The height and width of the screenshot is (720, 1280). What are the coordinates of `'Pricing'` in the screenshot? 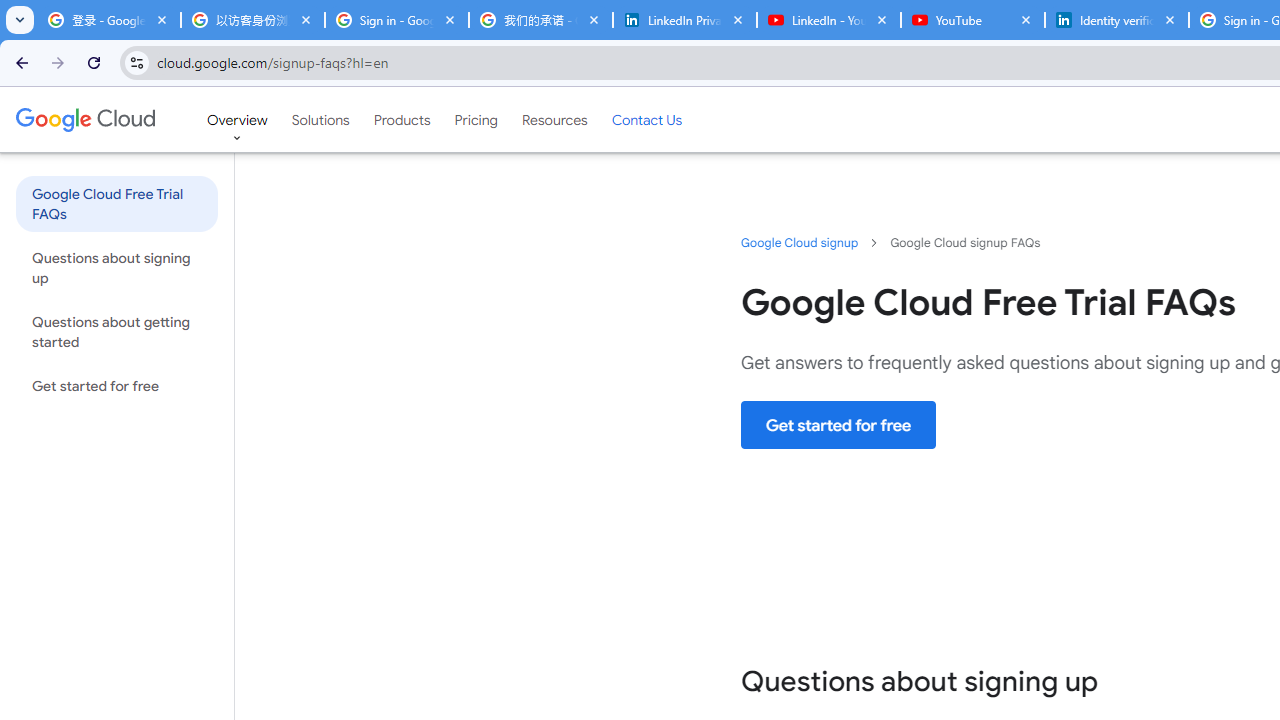 It's located at (475, 119).